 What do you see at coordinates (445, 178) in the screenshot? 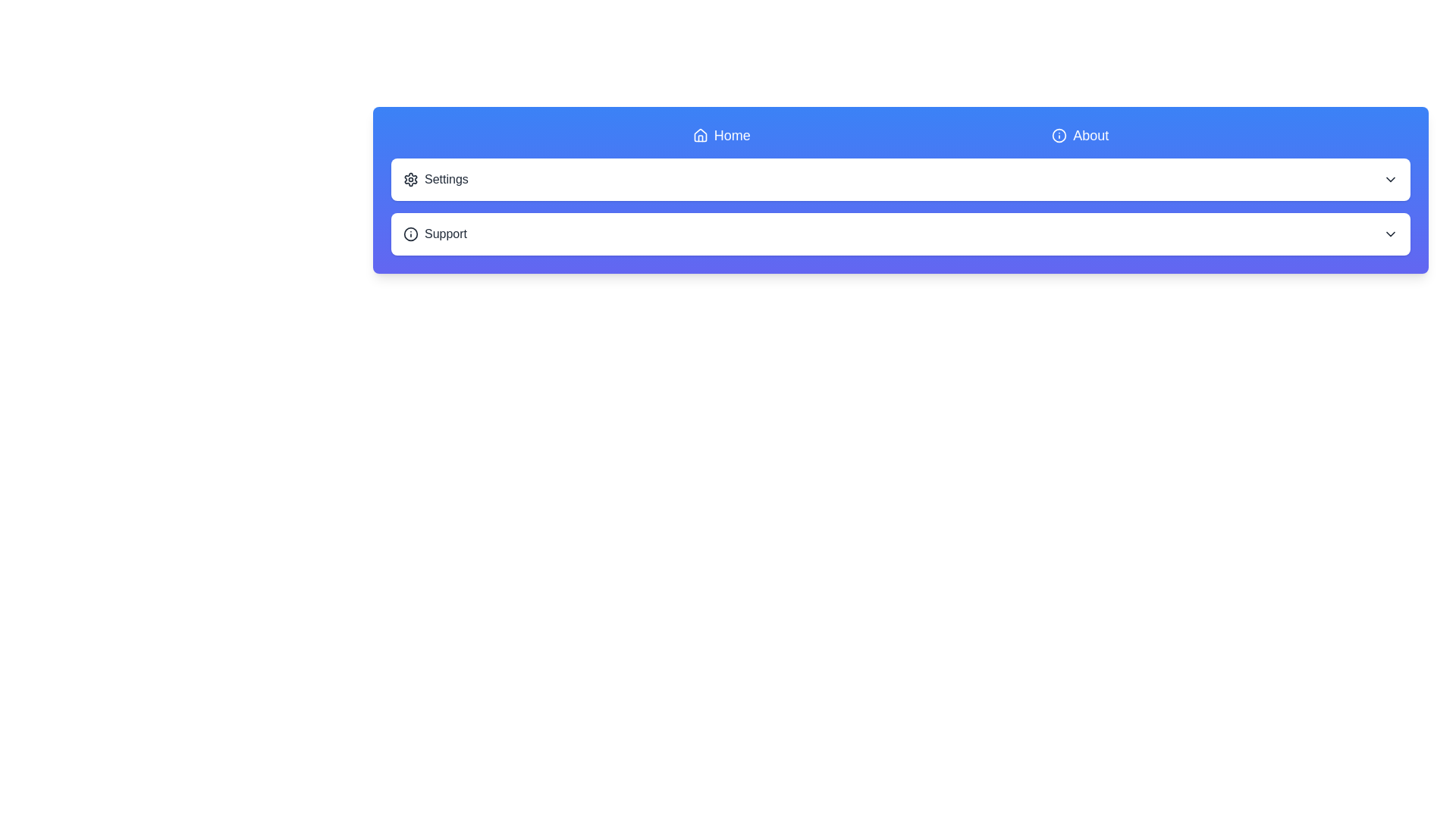
I see `the 'Settings' text label` at bounding box center [445, 178].